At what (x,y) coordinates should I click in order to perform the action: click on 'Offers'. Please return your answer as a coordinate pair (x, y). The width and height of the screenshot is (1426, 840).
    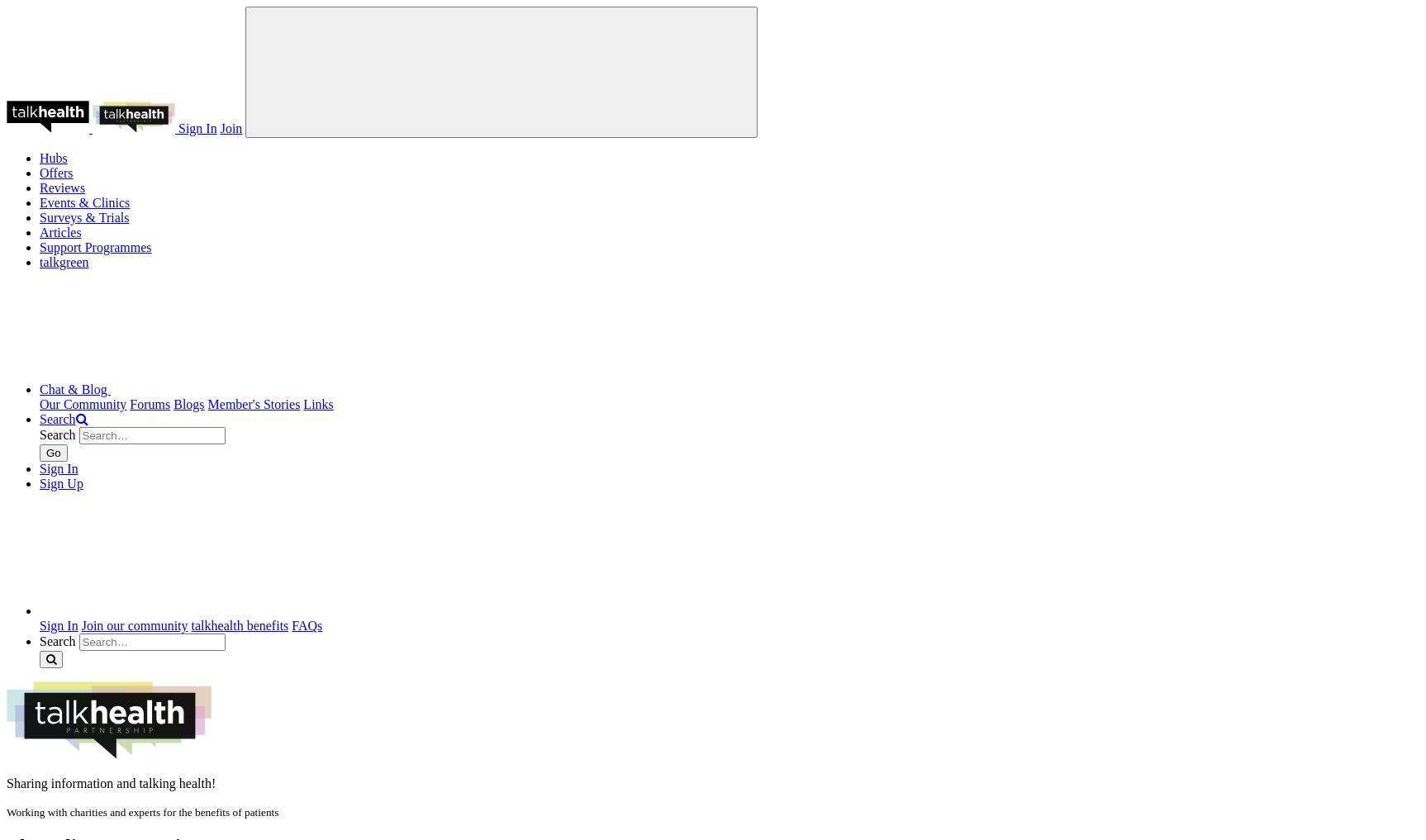
    Looking at the image, I should click on (39, 173).